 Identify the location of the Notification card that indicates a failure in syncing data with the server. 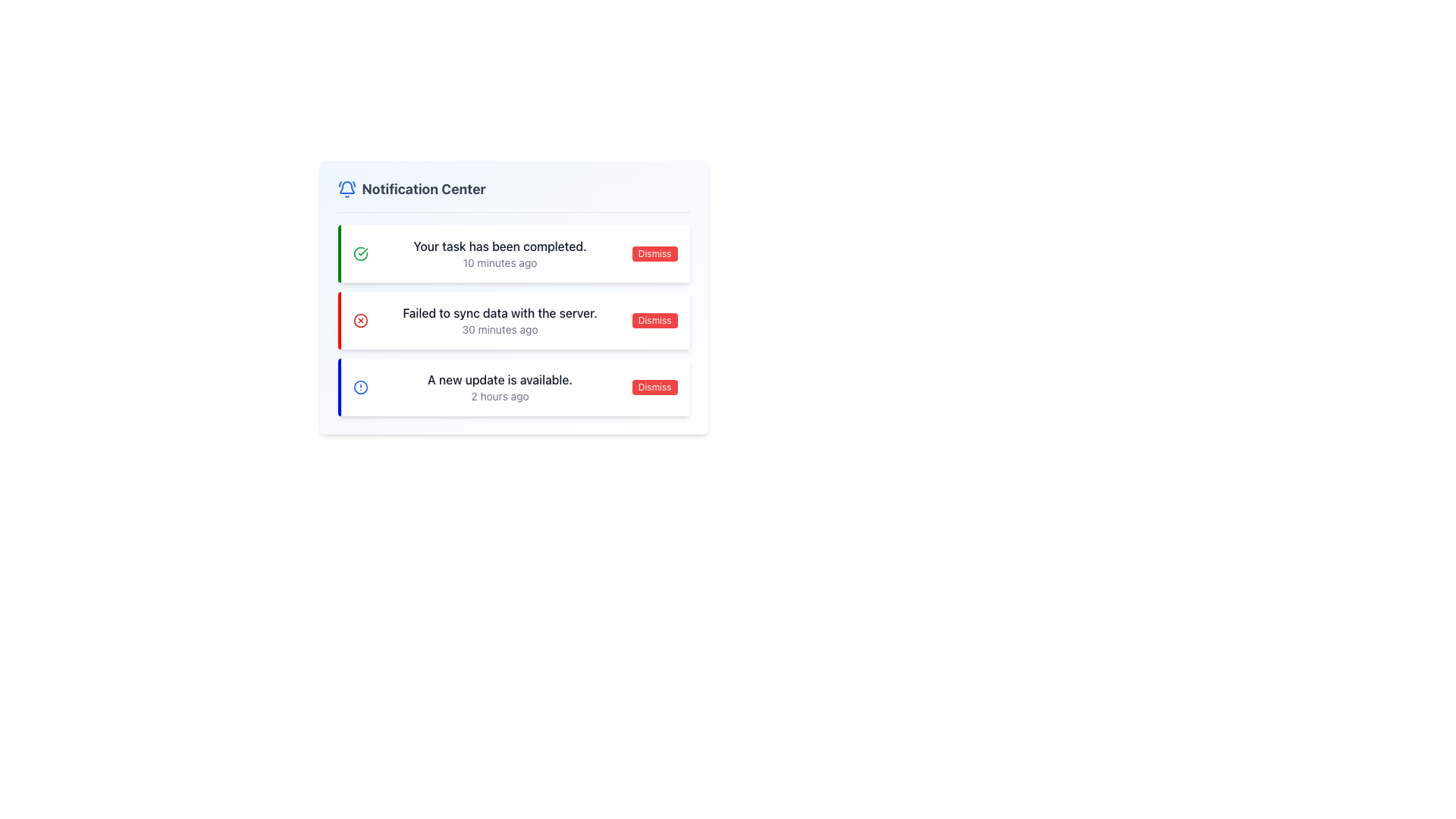
(513, 320).